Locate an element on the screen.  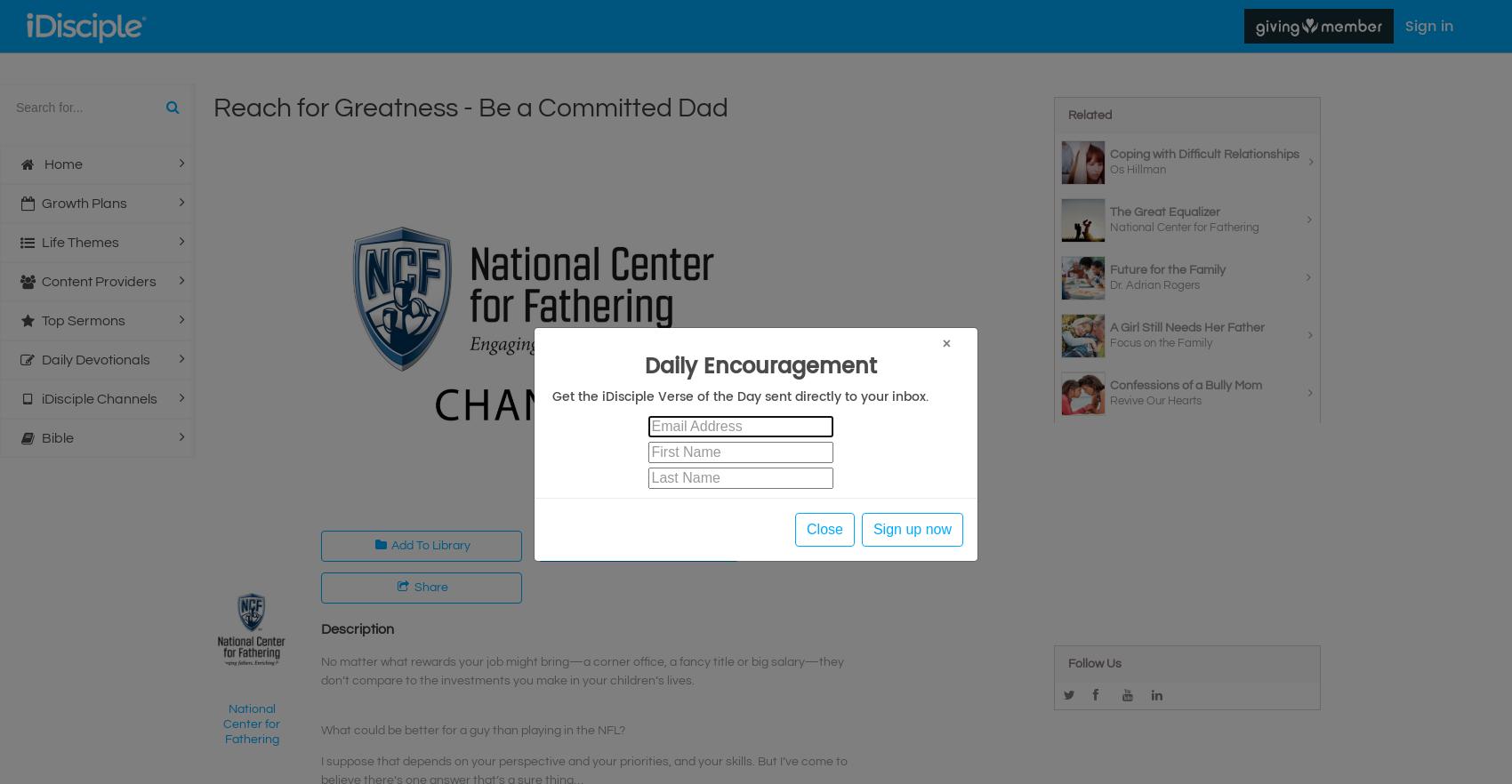
'Bible' is located at coordinates (56, 437).